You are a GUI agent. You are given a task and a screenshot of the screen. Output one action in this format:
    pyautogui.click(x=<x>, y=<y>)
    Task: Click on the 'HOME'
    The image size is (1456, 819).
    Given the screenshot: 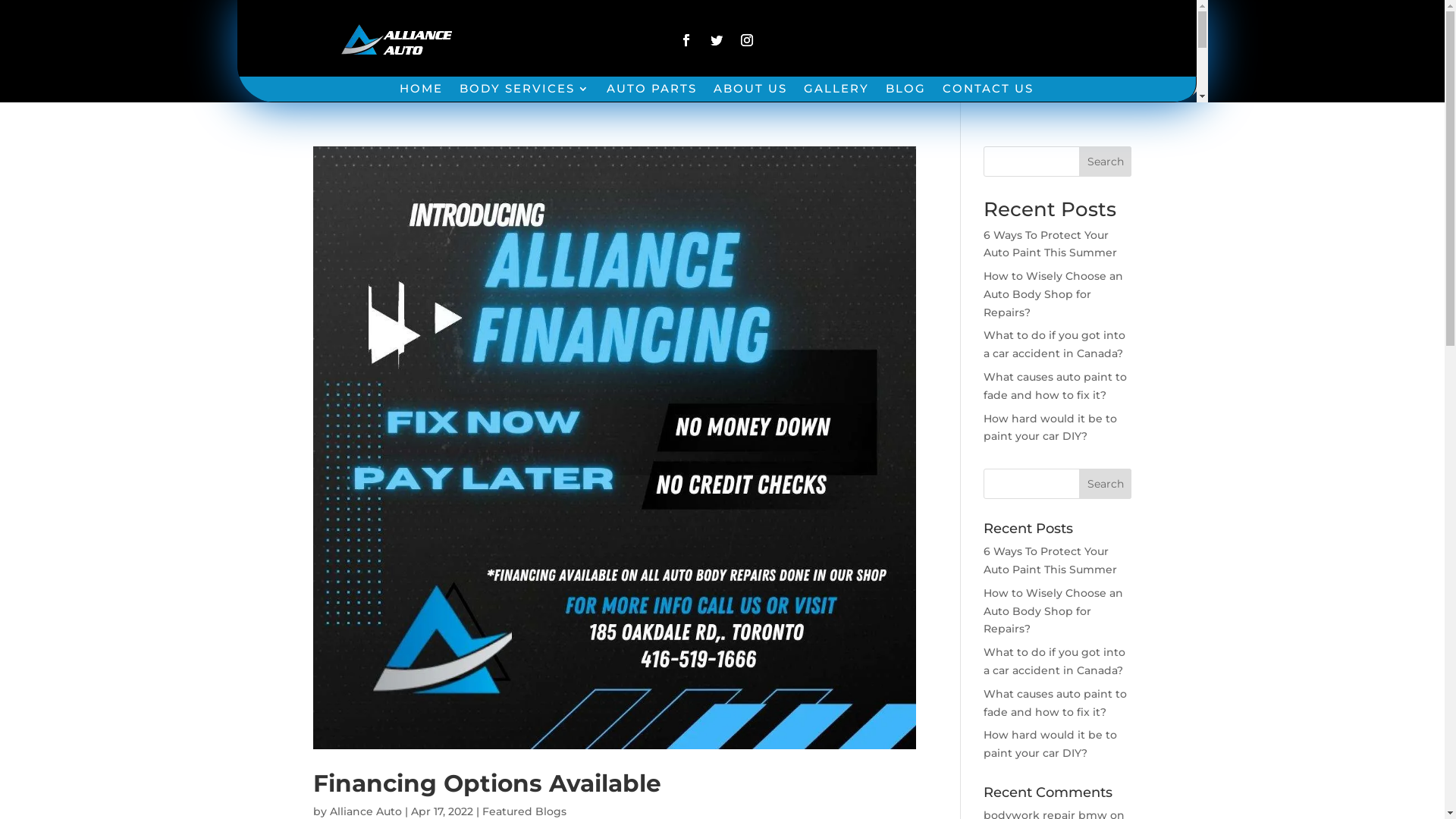 What is the action you would take?
    pyautogui.click(x=421, y=92)
    